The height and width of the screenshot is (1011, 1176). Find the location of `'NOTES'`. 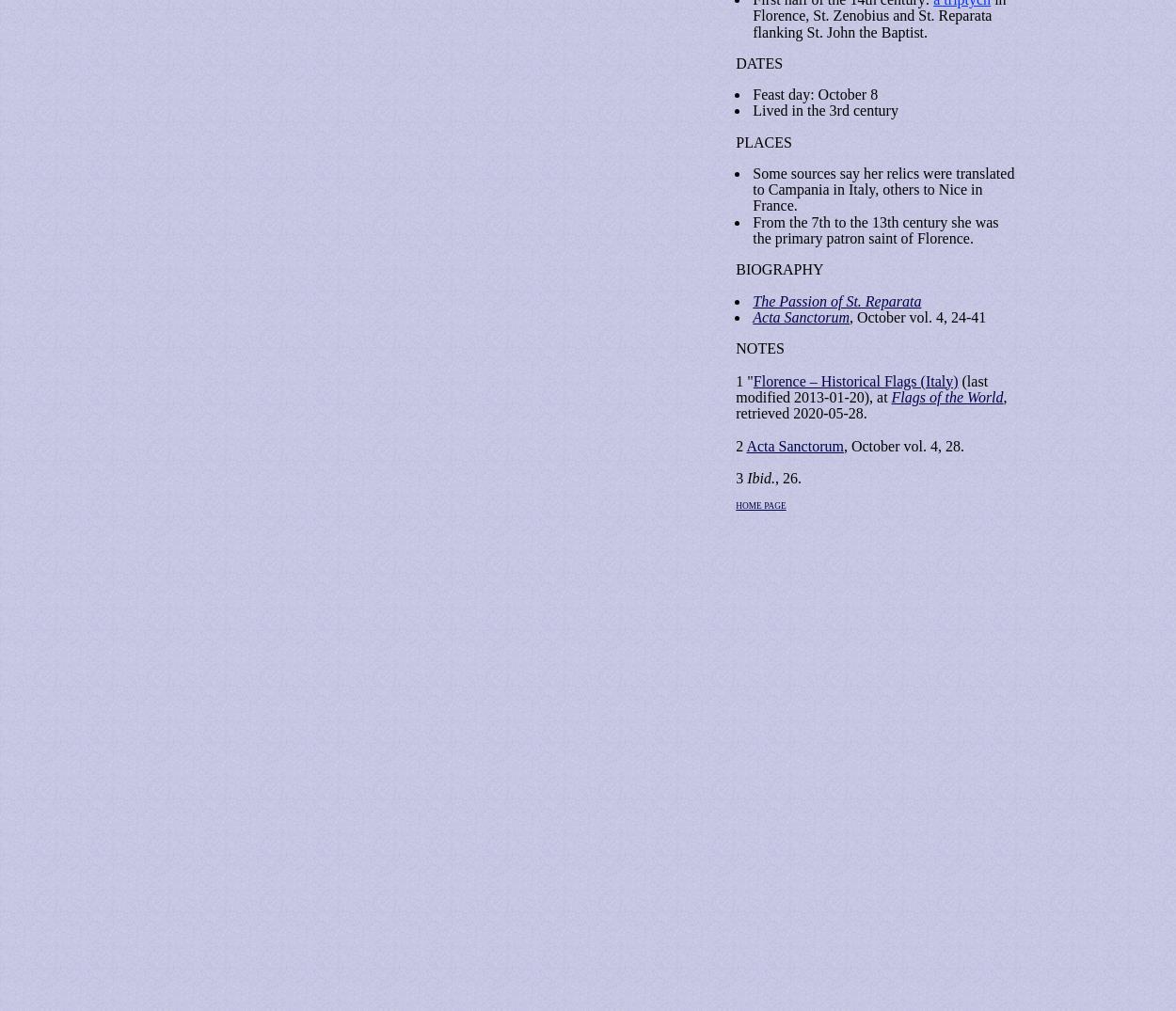

'NOTES' is located at coordinates (759, 348).